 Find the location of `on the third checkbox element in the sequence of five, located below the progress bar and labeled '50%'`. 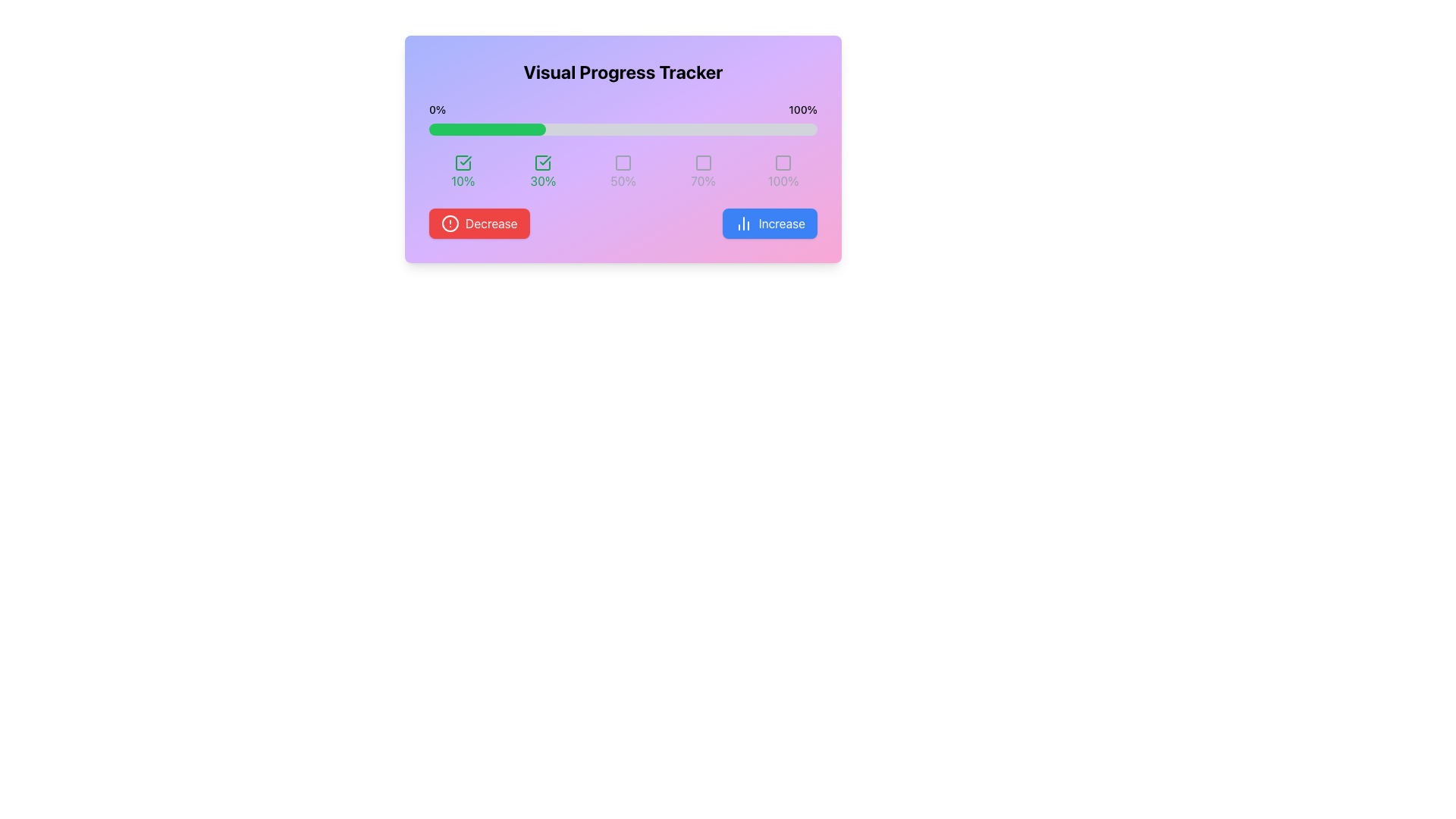

on the third checkbox element in the sequence of five, located below the progress bar and labeled '50%' is located at coordinates (623, 163).